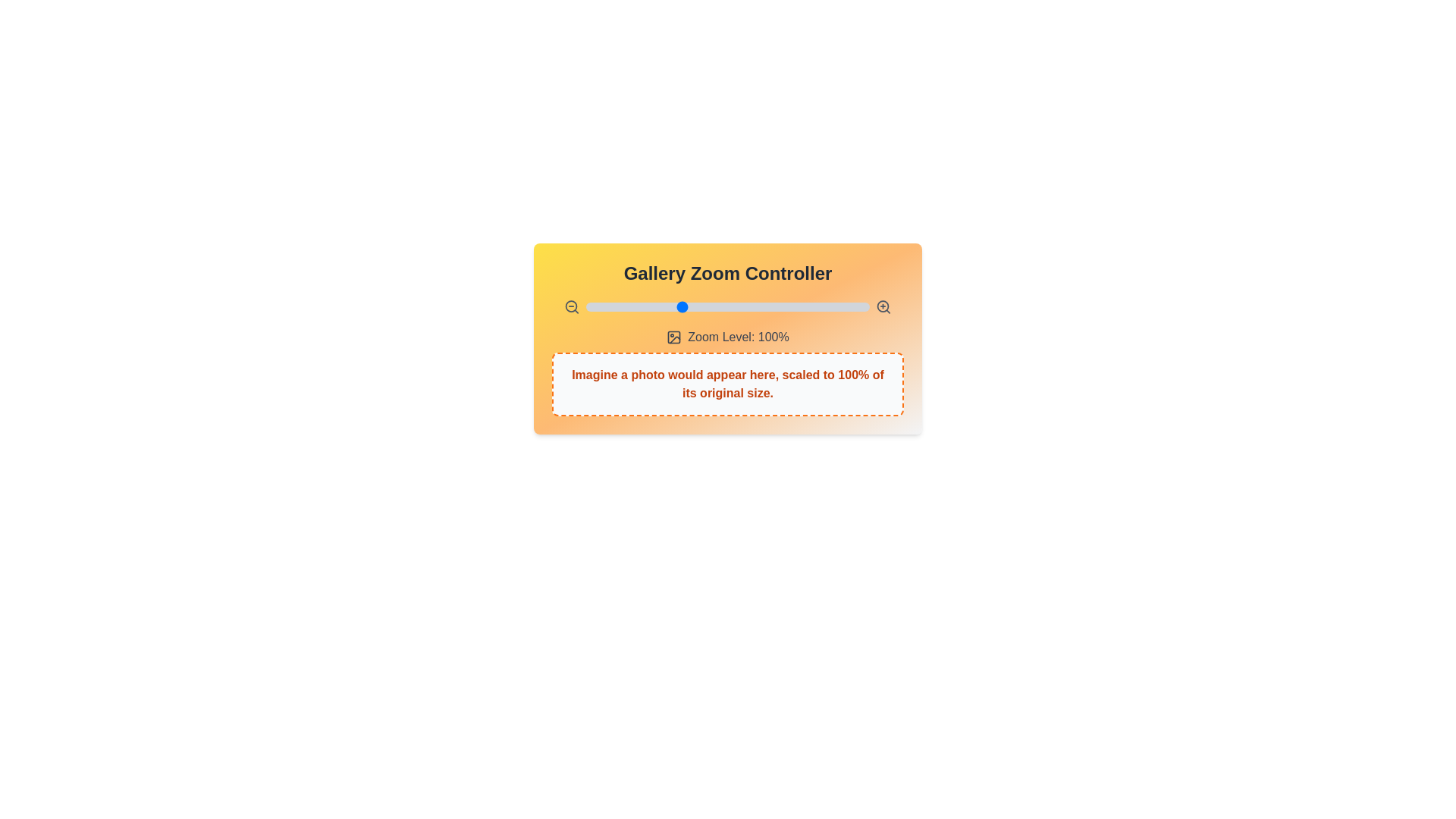  Describe the element at coordinates (670, 307) in the screenshot. I see `the zoom level to 95% by interacting with the slider` at that location.